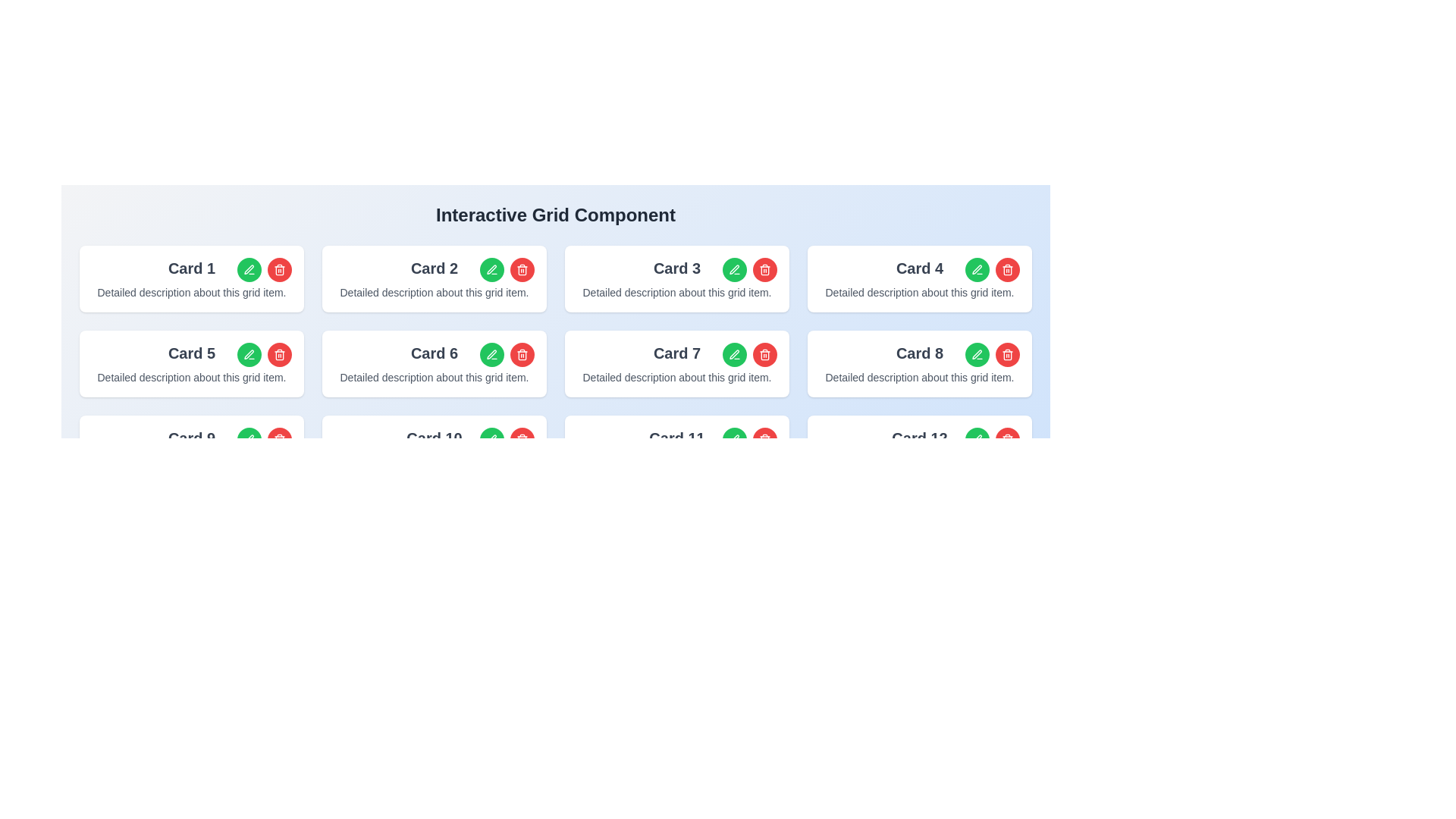  What do you see at coordinates (491, 354) in the screenshot?
I see `the edit button located in the top-right corner of 'Card 6'` at bounding box center [491, 354].